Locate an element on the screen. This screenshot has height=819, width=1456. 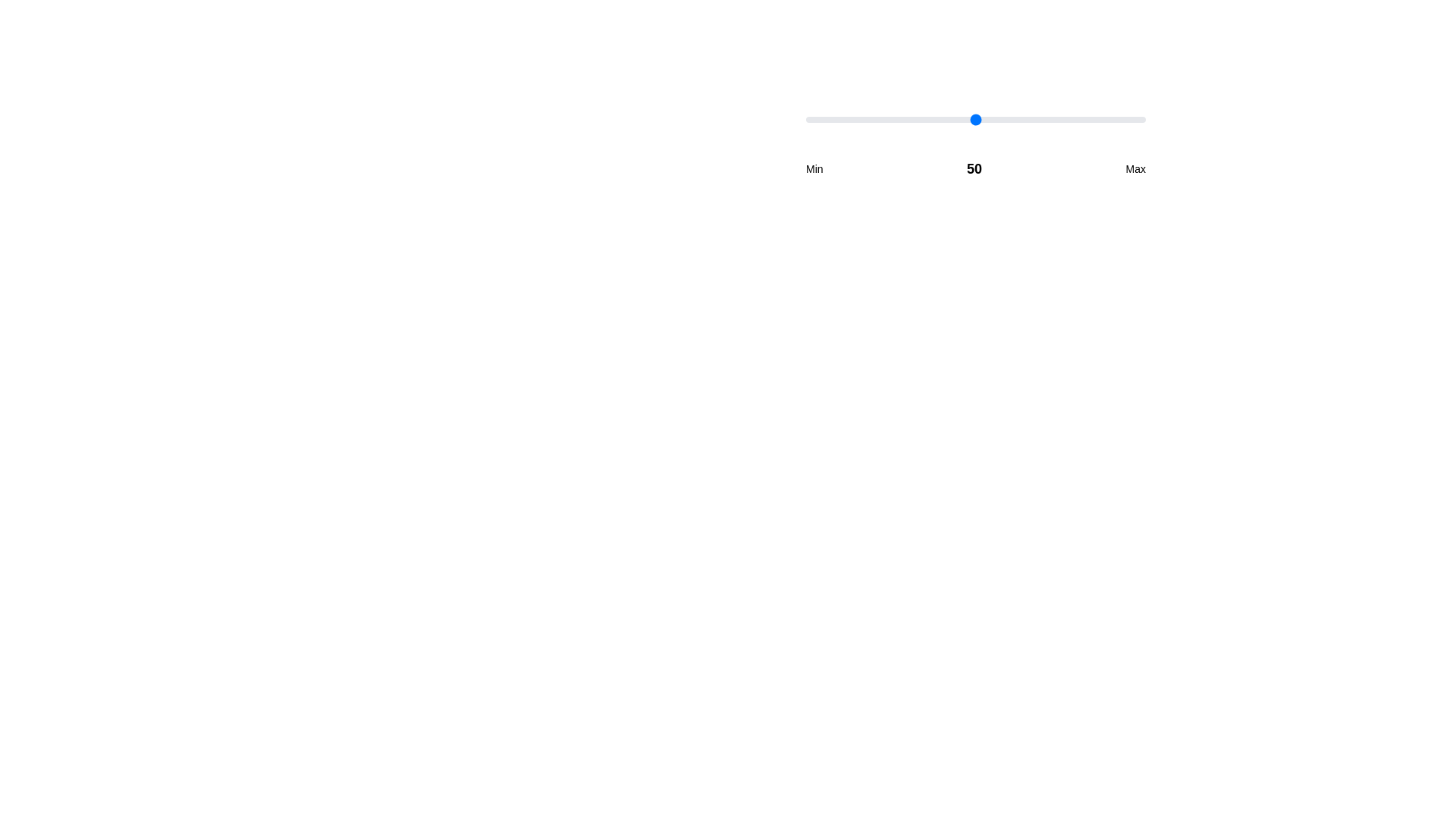
the slider is located at coordinates (853, 119).